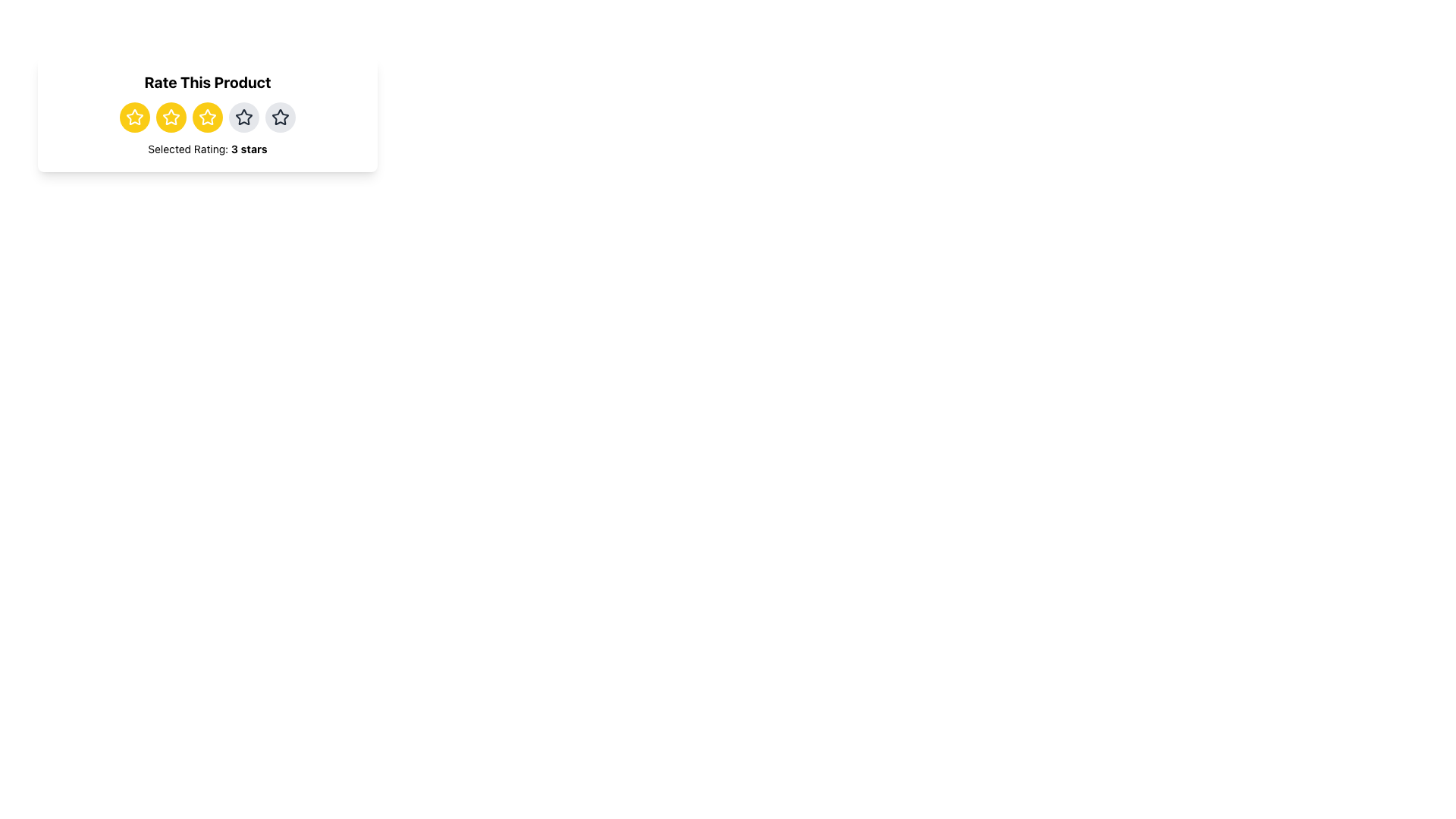 The image size is (1456, 819). I want to click on the third star icon in the rating system to highlight it, so click(171, 116).